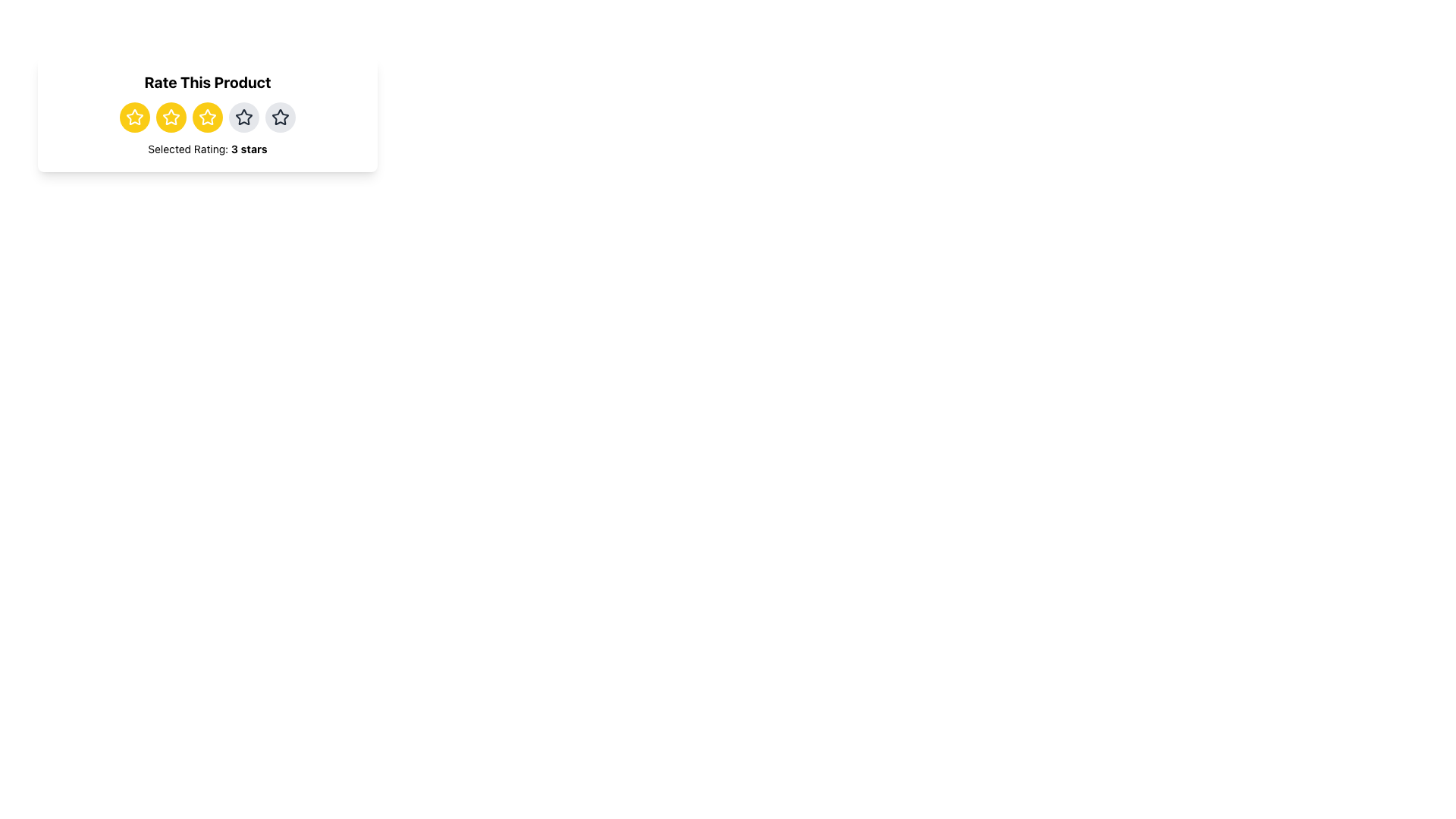 The image size is (1456, 819). I want to click on the third star icon in the rating system to highlight it, so click(171, 116).